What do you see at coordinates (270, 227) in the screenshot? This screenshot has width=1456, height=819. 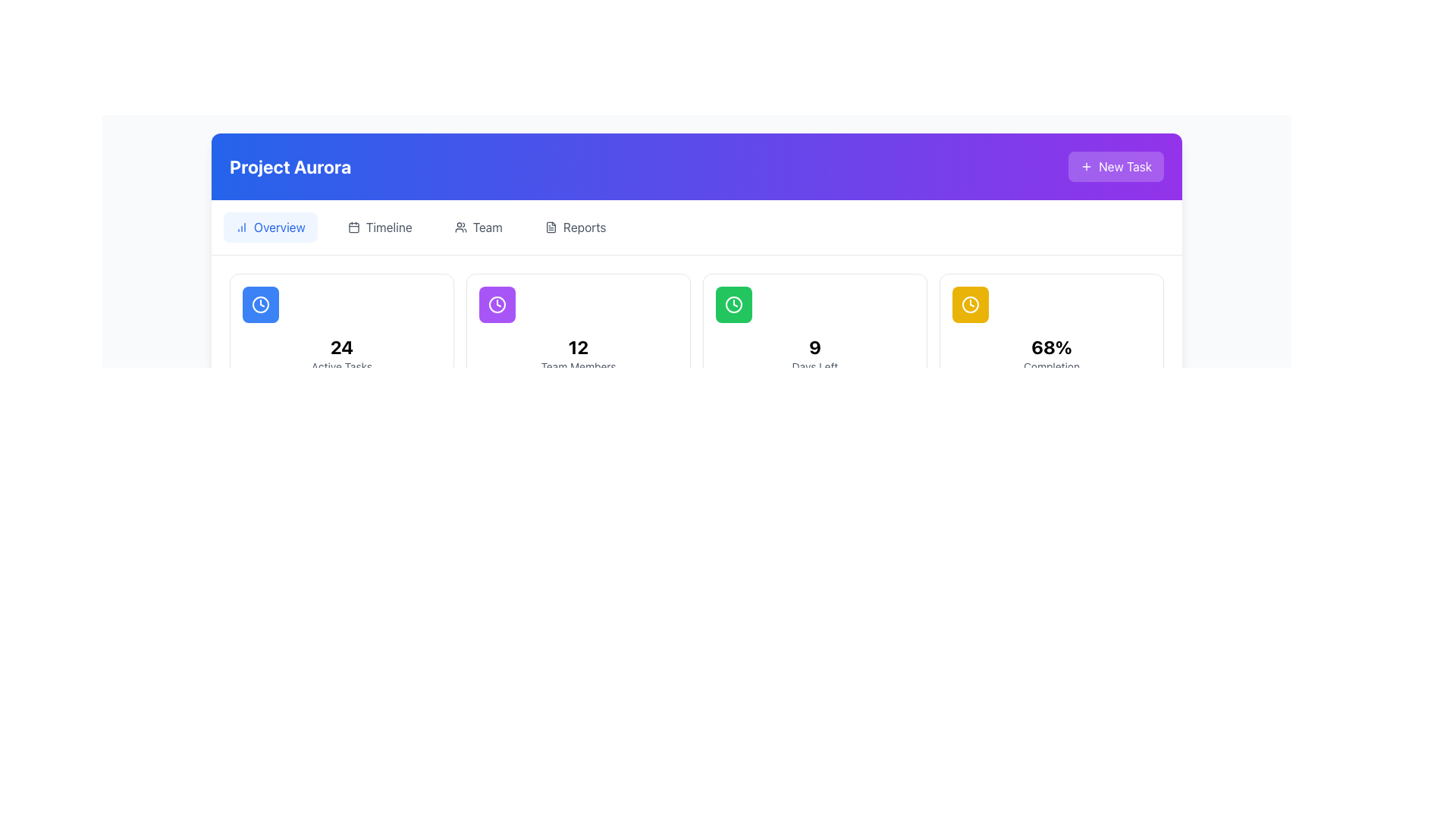 I see `the Navigation Button labeled 'Overview' with a light blue background and dark blue text, which is the first button in the toolbar section` at bounding box center [270, 227].